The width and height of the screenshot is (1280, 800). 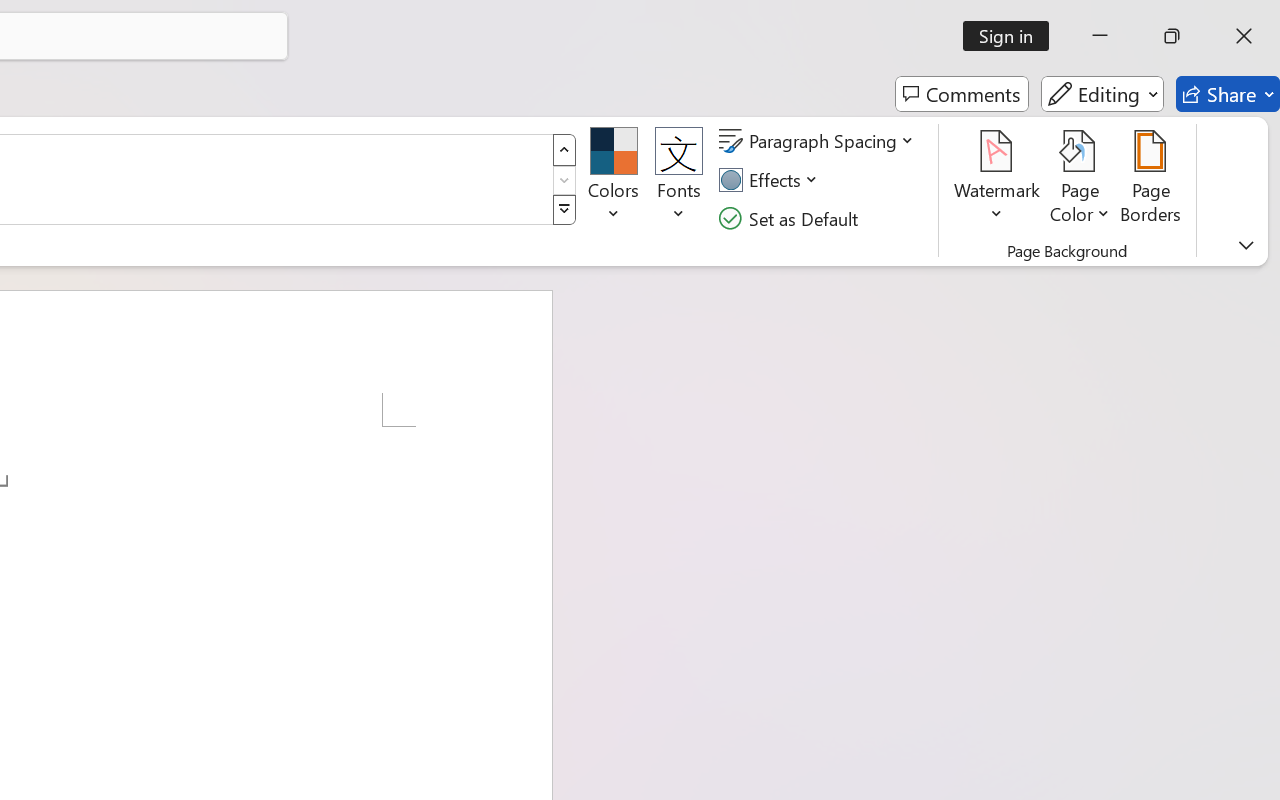 What do you see at coordinates (770, 179) in the screenshot?
I see `'Effects'` at bounding box center [770, 179].